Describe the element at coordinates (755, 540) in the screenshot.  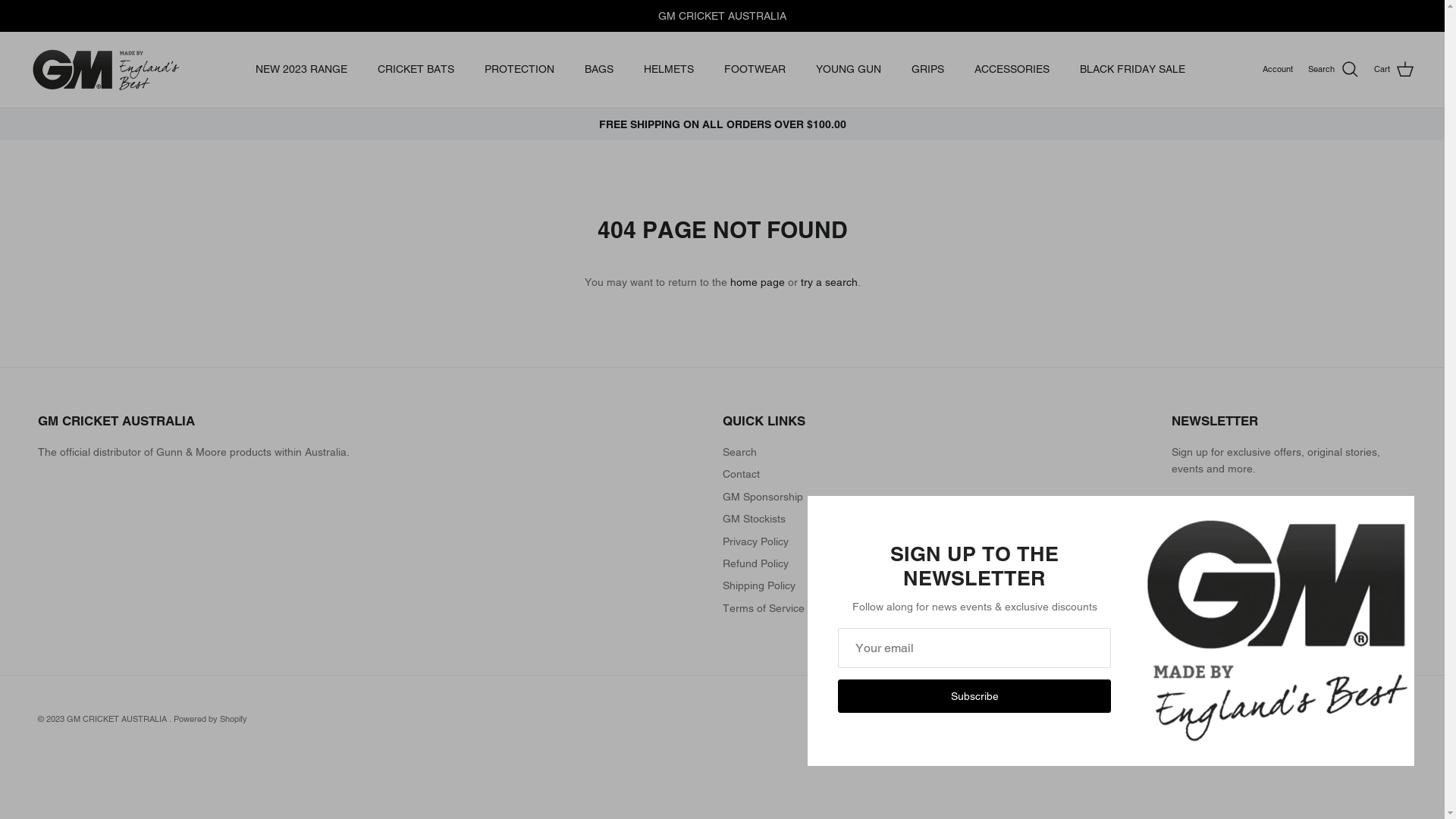
I see `'Privacy Policy'` at that location.